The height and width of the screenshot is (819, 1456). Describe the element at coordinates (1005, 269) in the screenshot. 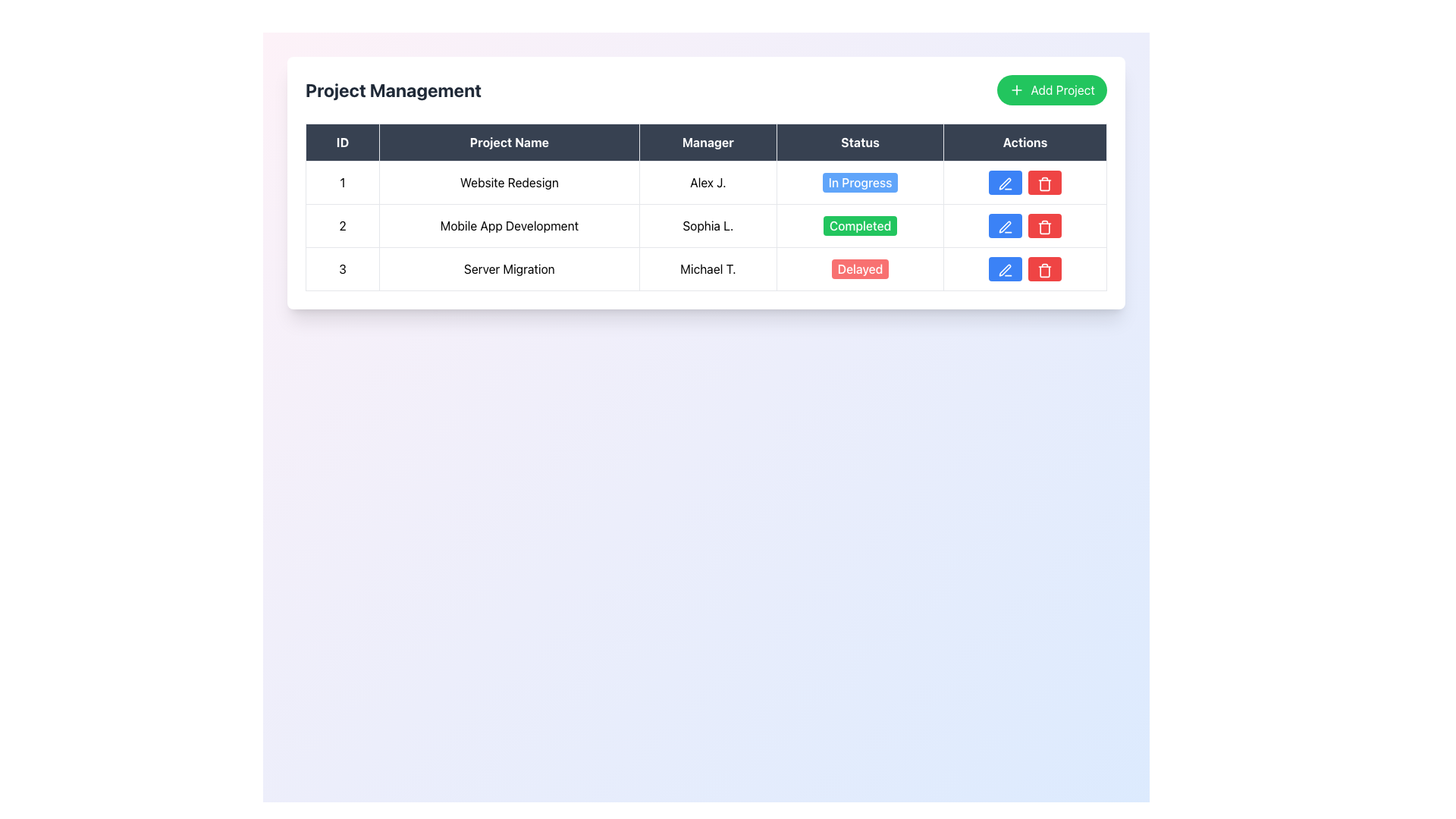

I see `the pen icon button located in the 'Actions' column of the third row of the table to initiate the edit process for the associated project row` at that location.